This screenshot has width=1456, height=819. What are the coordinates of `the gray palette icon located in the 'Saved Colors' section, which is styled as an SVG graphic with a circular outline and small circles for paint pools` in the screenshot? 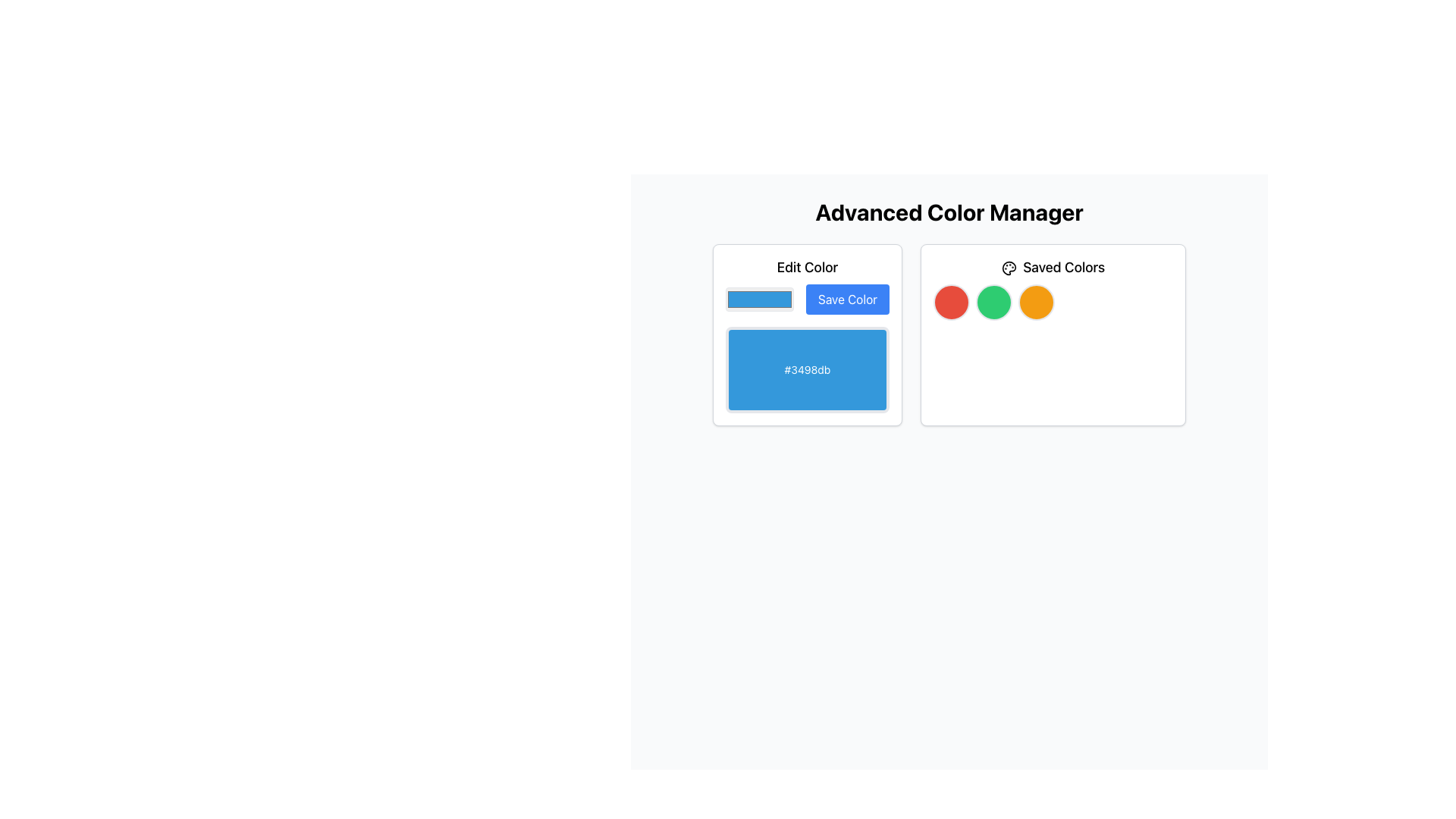 It's located at (1009, 268).